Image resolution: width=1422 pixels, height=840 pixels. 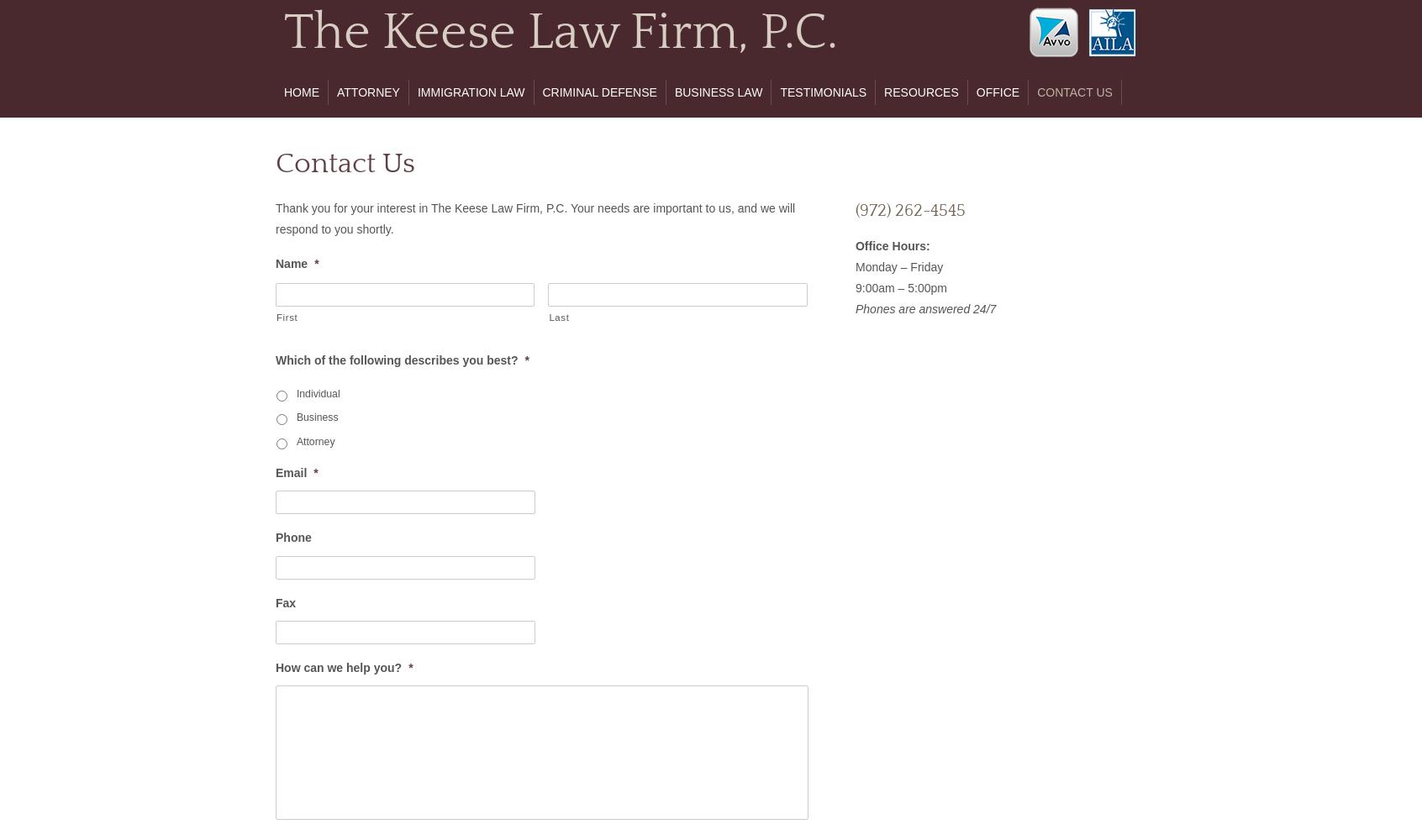 What do you see at coordinates (302, 92) in the screenshot?
I see `'Home'` at bounding box center [302, 92].